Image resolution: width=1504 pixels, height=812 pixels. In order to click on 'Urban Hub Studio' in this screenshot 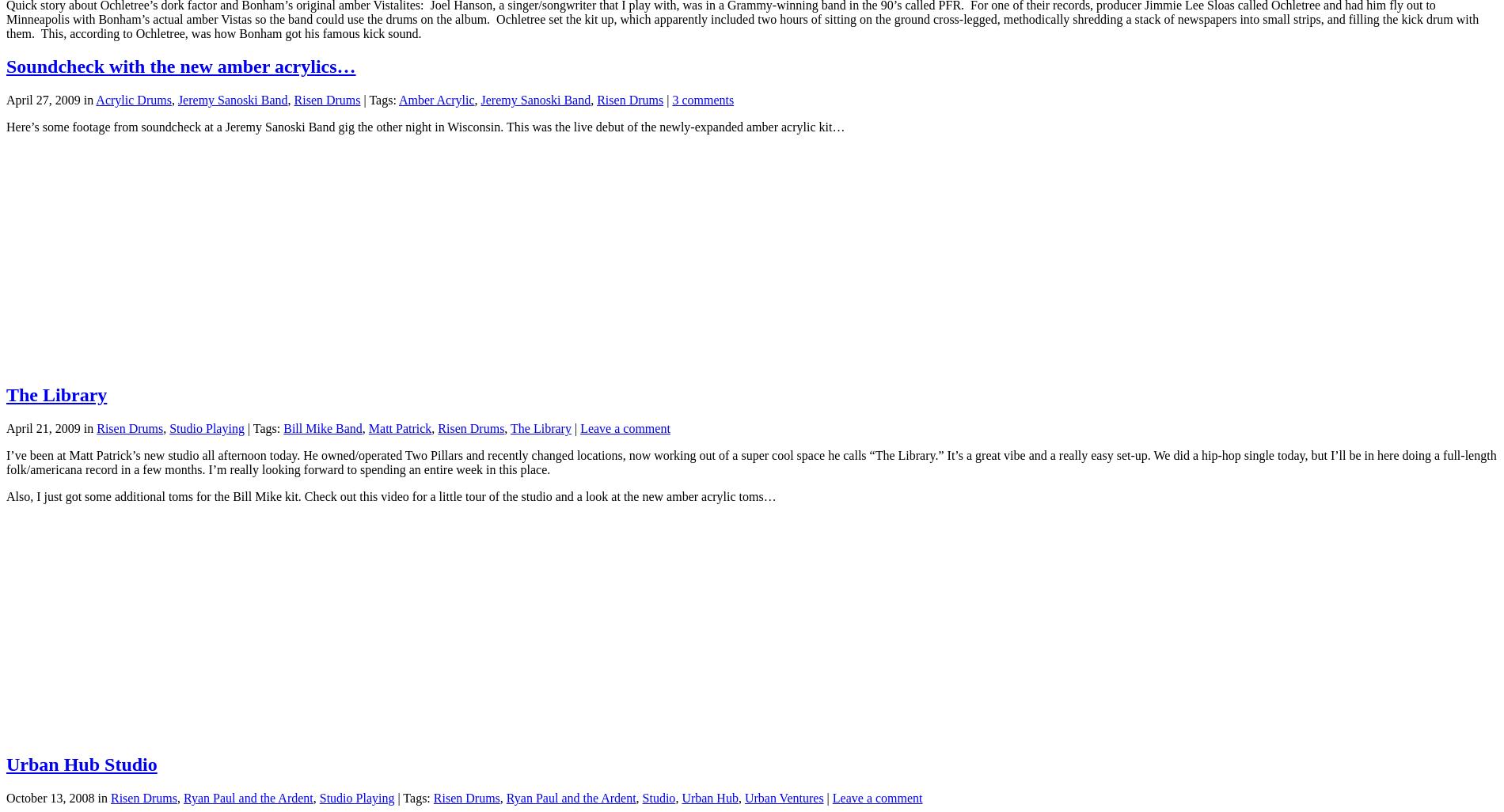, I will do `click(81, 764)`.